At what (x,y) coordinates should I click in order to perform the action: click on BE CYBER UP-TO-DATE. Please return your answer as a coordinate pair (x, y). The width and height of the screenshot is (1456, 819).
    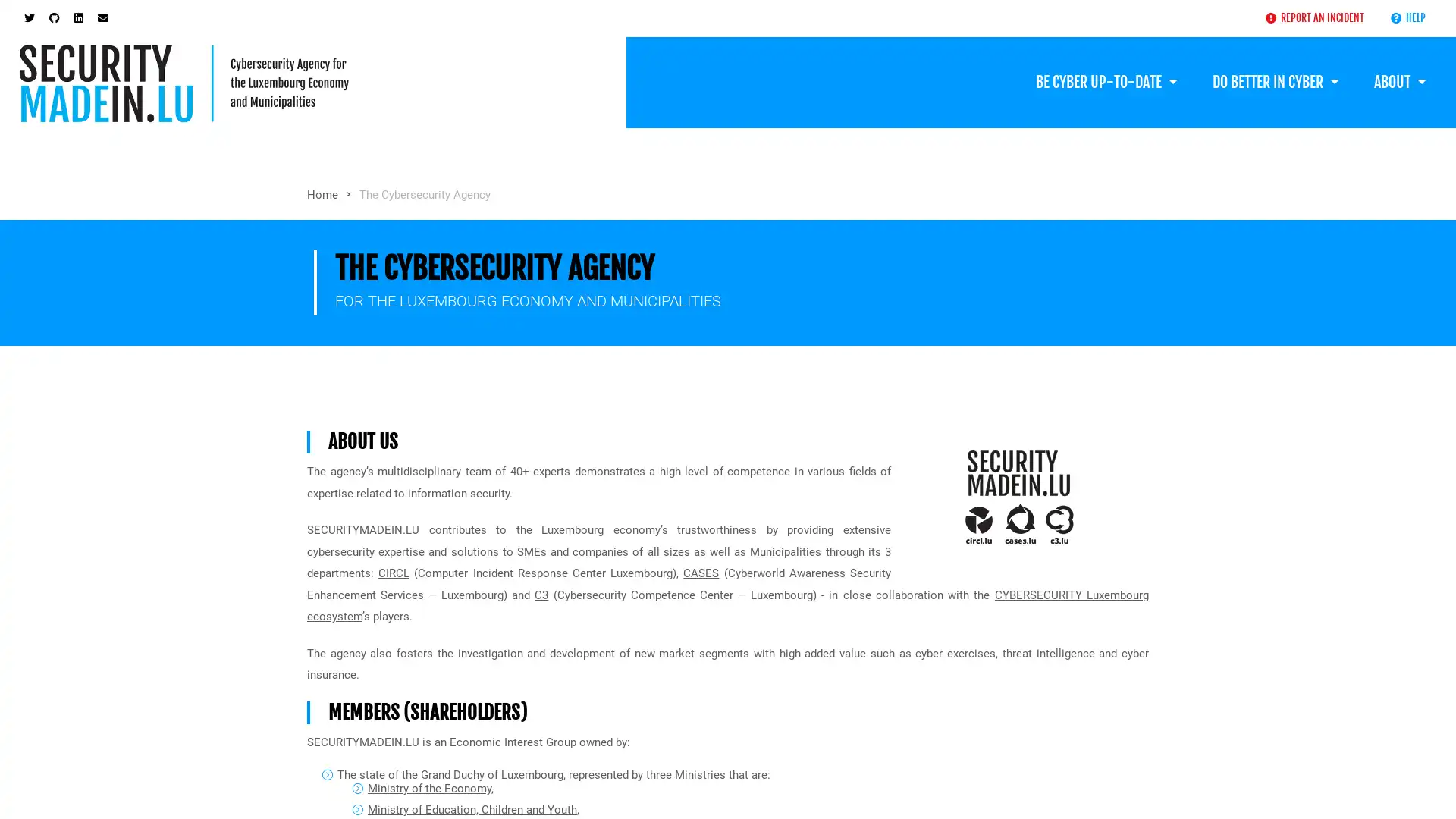
    Looking at the image, I should click on (1106, 82).